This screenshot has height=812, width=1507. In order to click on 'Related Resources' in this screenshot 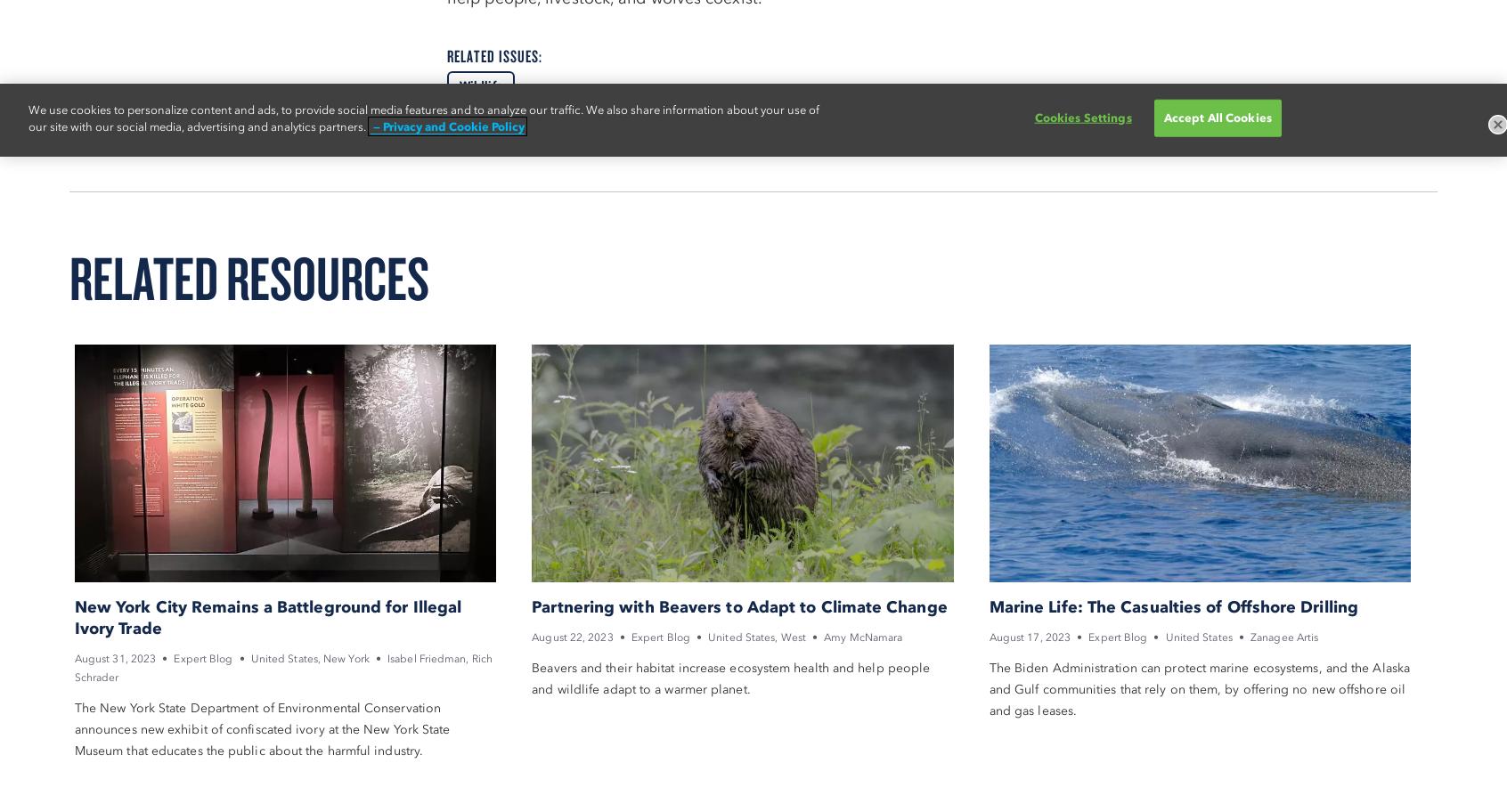, I will do `click(249, 276)`.